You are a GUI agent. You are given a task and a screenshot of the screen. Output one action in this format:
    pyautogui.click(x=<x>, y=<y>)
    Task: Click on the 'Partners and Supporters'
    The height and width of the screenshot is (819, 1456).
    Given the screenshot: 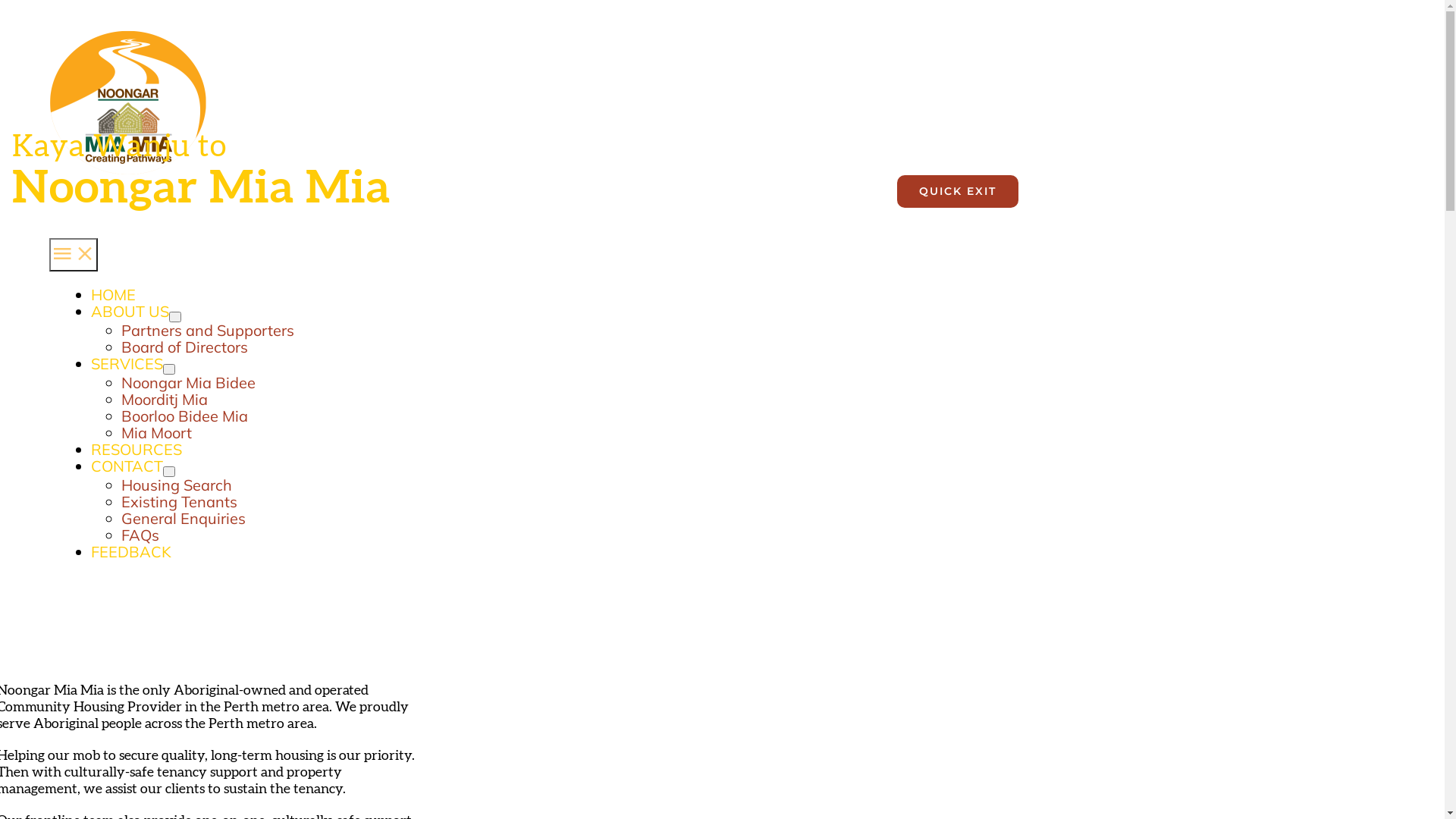 What is the action you would take?
    pyautogui.click(x=120, y=329)
    